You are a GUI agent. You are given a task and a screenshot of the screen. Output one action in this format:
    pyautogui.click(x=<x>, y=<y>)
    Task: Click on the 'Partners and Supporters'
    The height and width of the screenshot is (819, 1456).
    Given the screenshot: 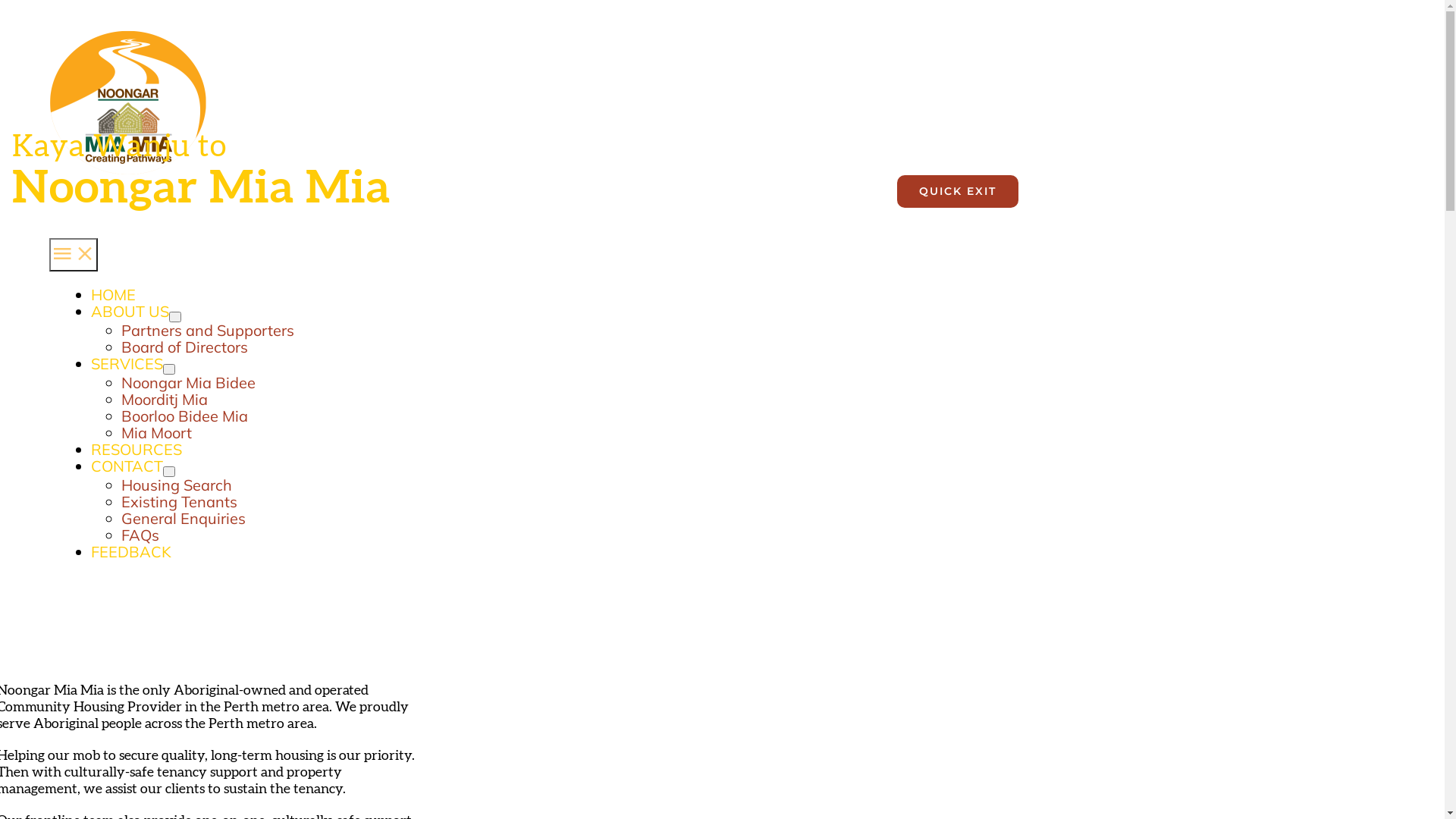 What is the action you would take?
    pyautogui.click(x=120, y=329)
    